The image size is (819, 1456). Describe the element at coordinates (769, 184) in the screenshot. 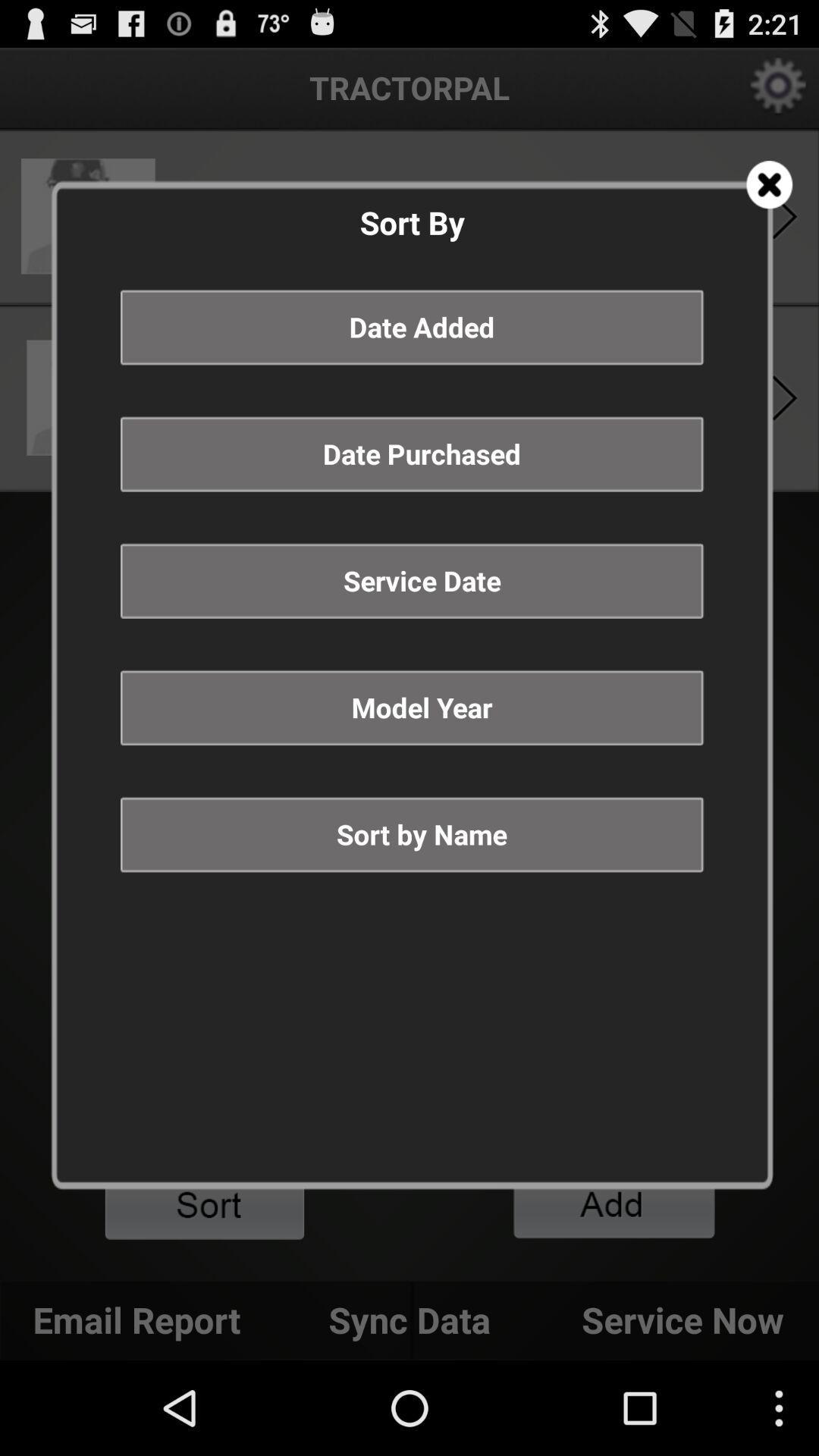

I see `app to the right of sort by item` at that location.